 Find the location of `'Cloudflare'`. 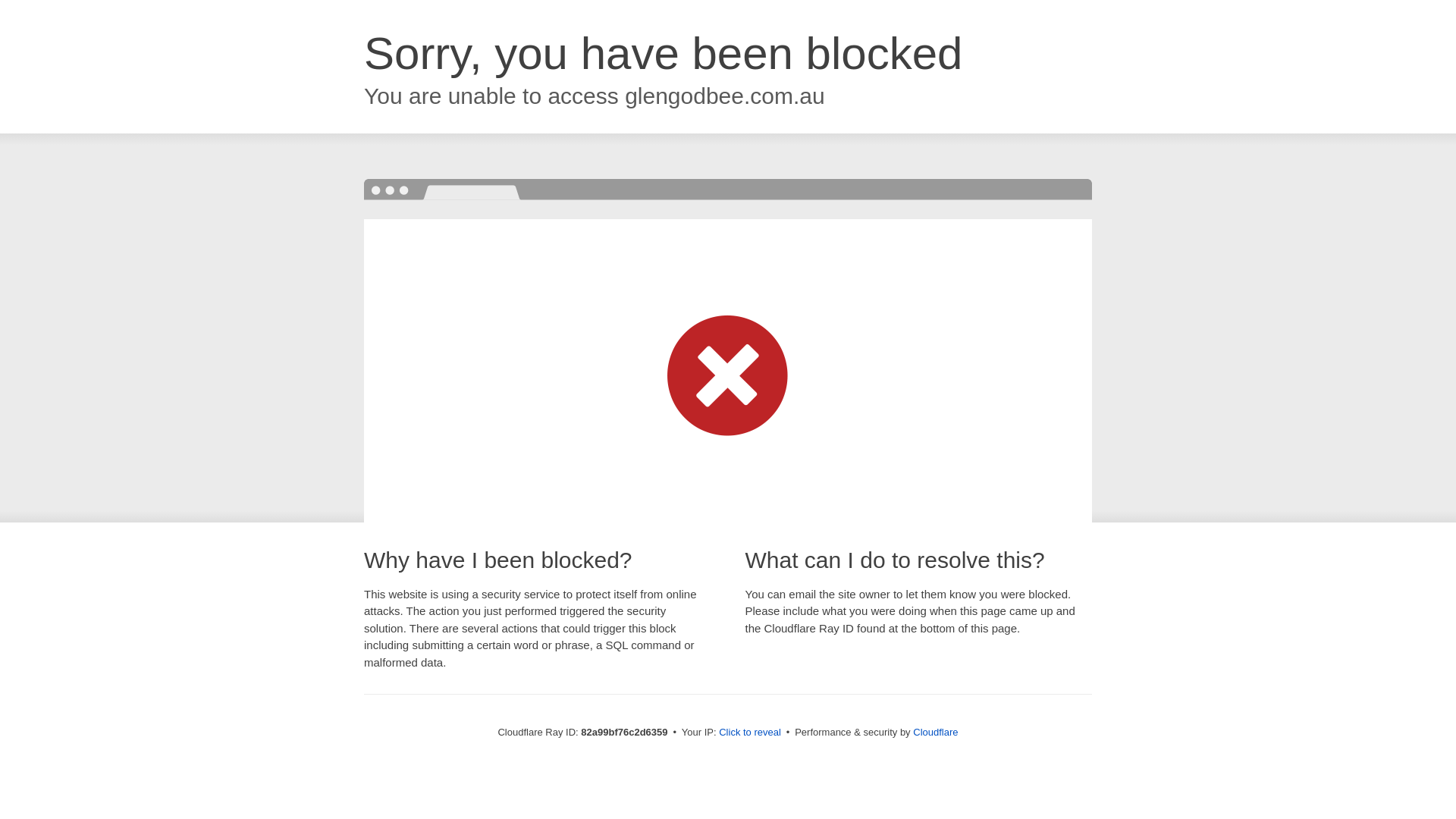

'Cloudflare' is located at coordinates (934, 731).